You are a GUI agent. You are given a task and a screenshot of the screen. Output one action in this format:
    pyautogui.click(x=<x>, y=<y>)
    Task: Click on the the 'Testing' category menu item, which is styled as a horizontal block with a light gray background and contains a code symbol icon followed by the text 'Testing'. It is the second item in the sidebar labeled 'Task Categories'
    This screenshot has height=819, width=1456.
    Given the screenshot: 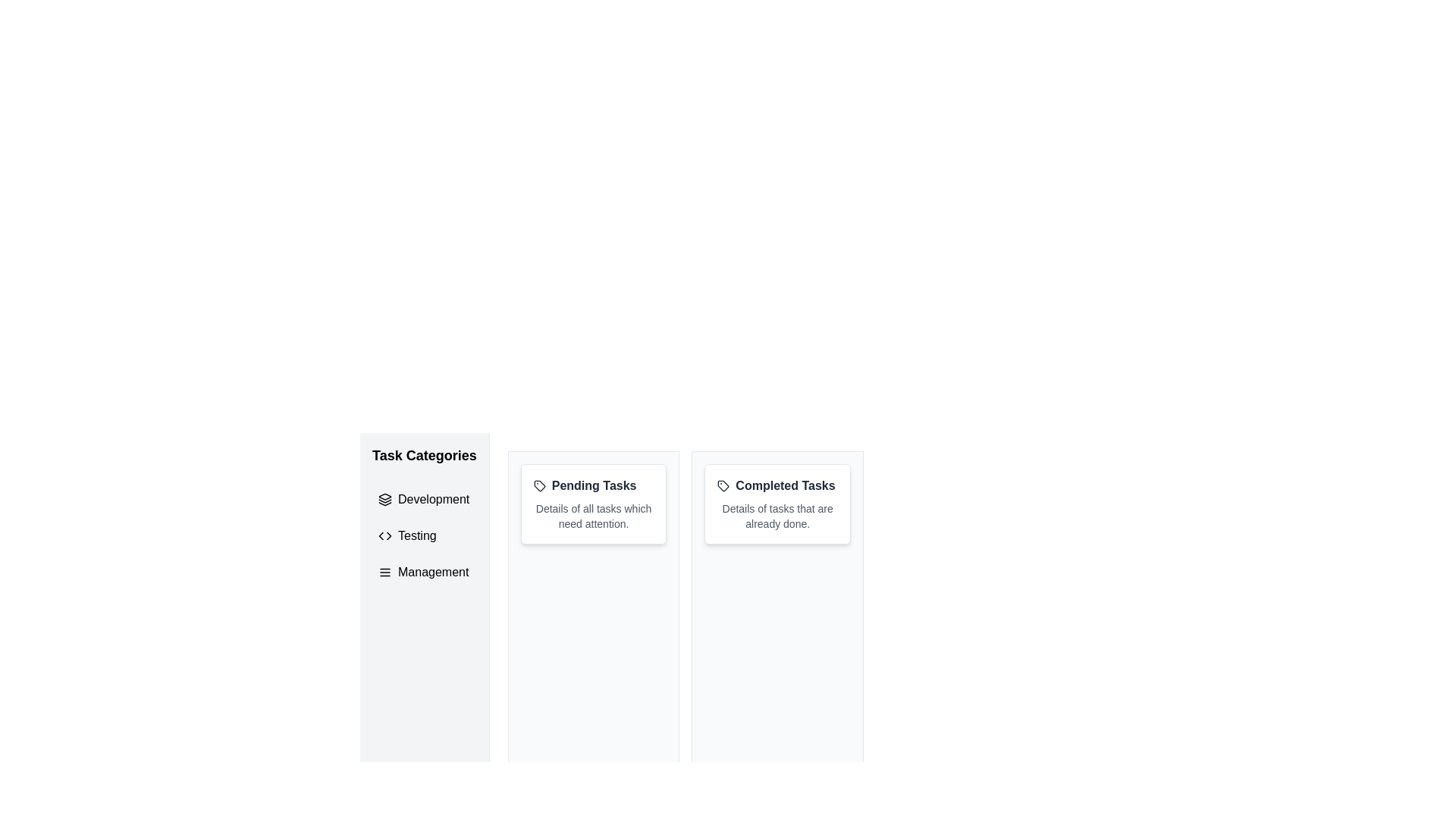 What is the action you would take?
    pyautogui.click(x=424, y=535)
    